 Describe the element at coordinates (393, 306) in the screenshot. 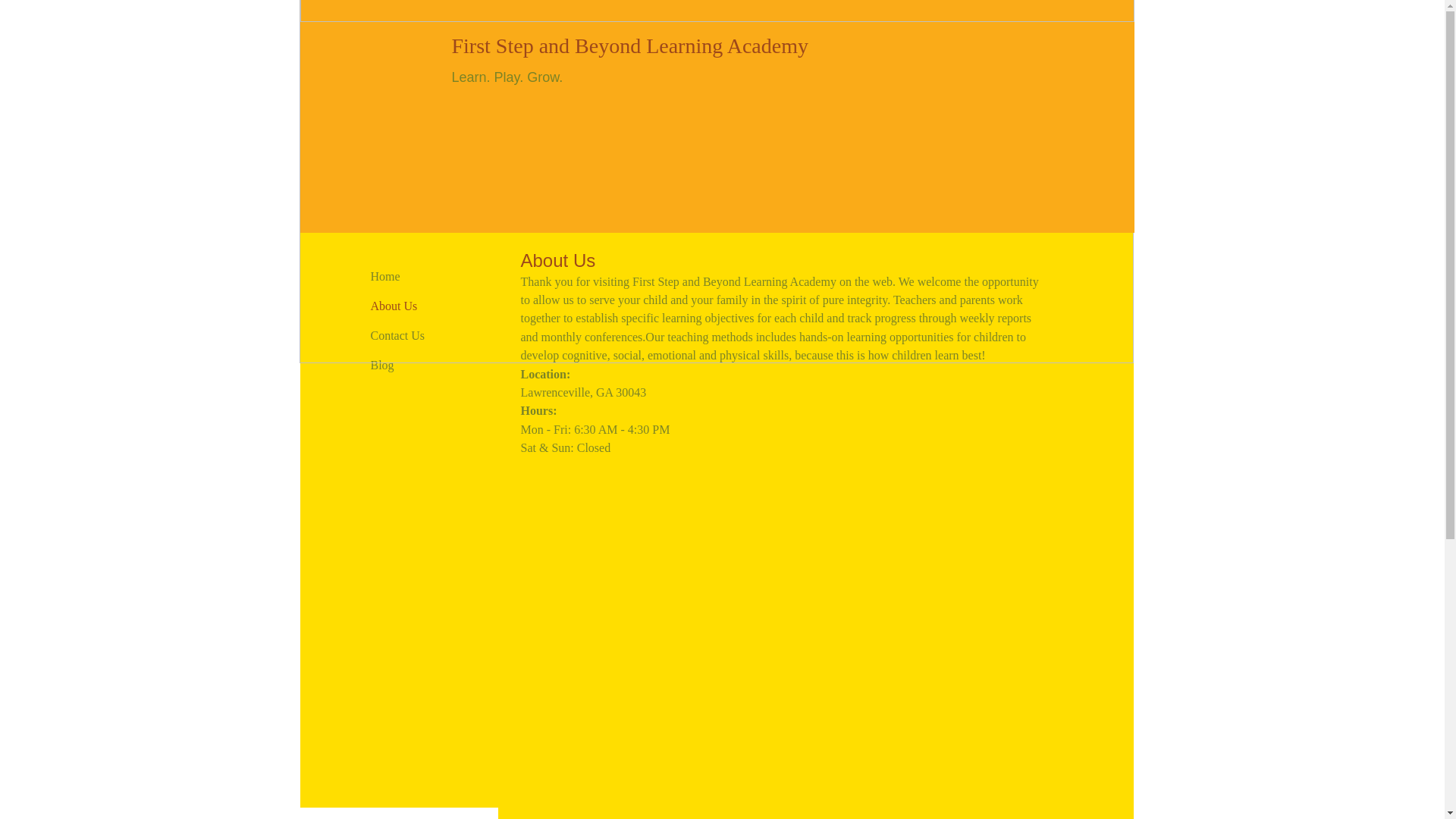

I see `'About Us'` at that location.